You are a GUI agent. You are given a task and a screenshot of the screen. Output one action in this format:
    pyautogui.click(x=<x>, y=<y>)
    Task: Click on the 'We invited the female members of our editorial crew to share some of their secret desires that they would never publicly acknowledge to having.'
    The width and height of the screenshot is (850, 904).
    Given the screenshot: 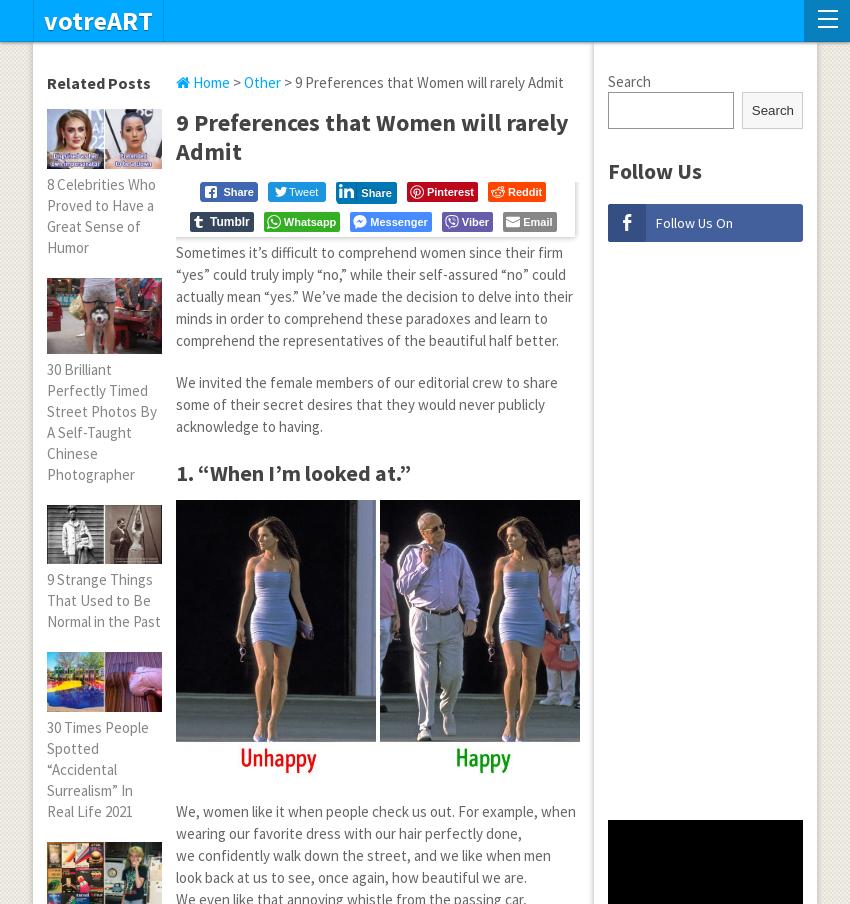 What is the action you would take?
    pyautogui.click(x=175, y=403)
    